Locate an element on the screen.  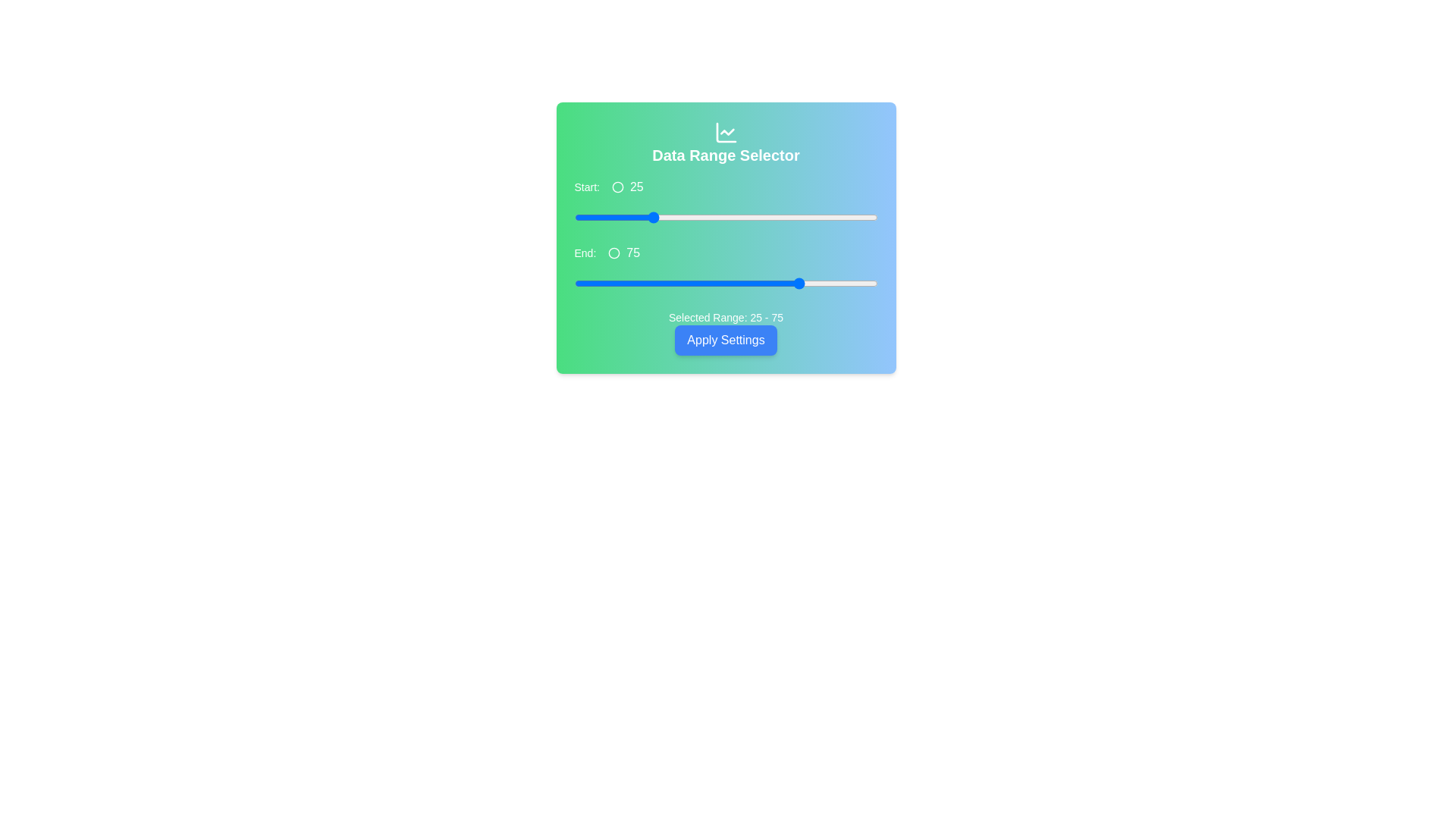
the inner circle of the SVG graphic element that serves as an indicator within the interactive component, positioned near the left side of the interface is located at coordinates (618, 186).